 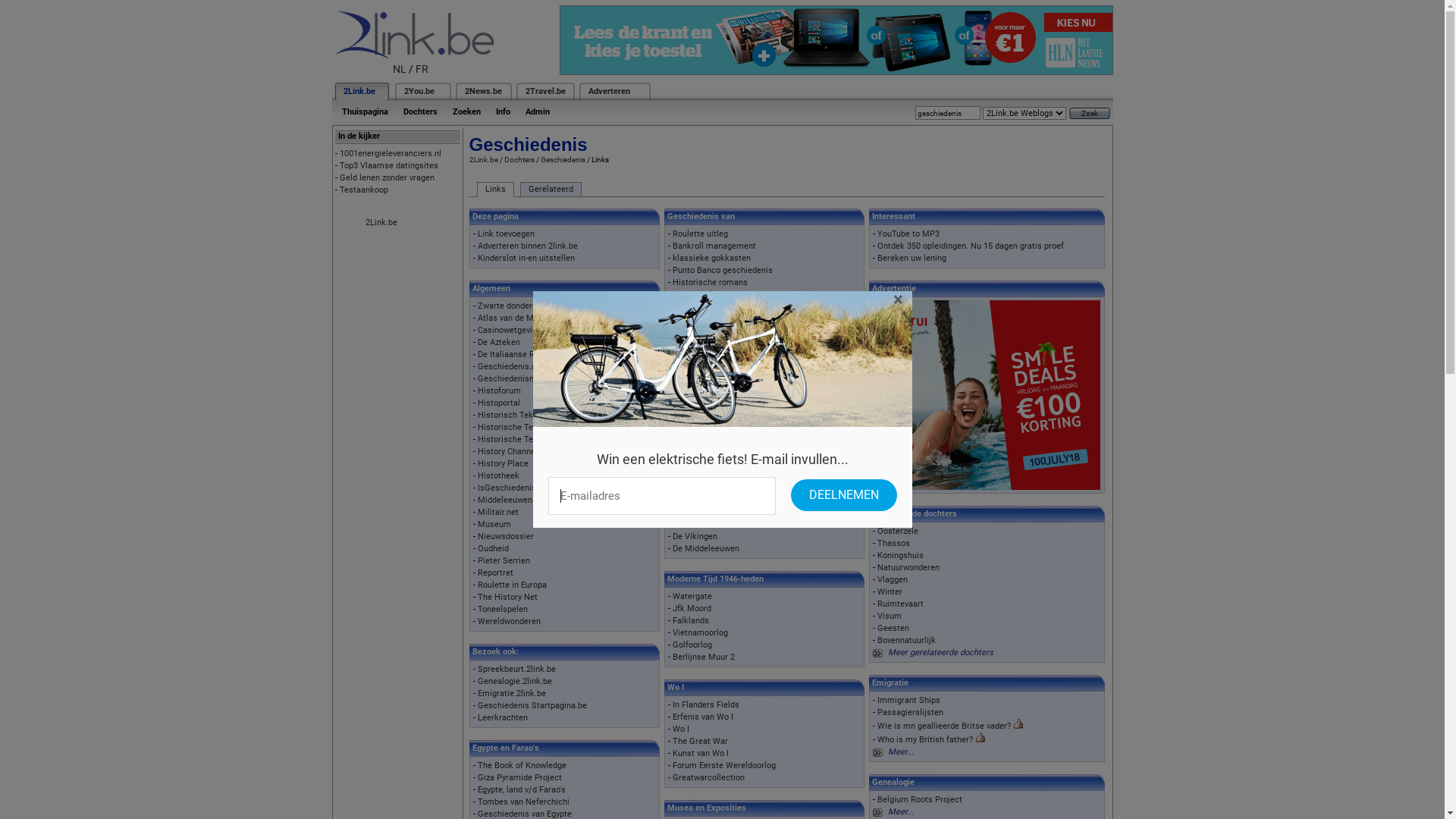 I want to click on 'Info', so click(x=503, y=111).